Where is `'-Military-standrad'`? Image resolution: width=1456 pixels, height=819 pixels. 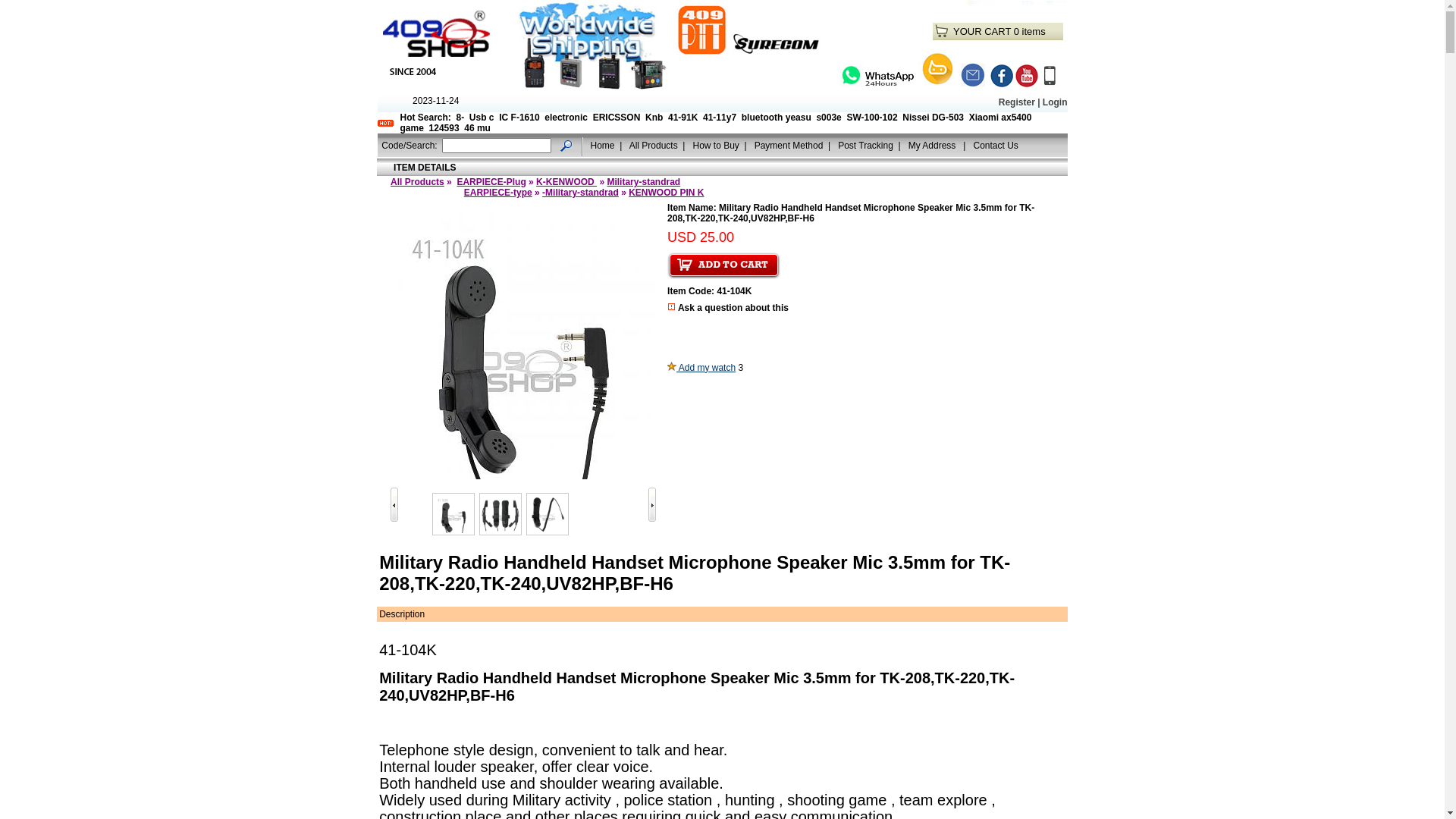 '-Military-standrad' is located at coordinates (579, 192).